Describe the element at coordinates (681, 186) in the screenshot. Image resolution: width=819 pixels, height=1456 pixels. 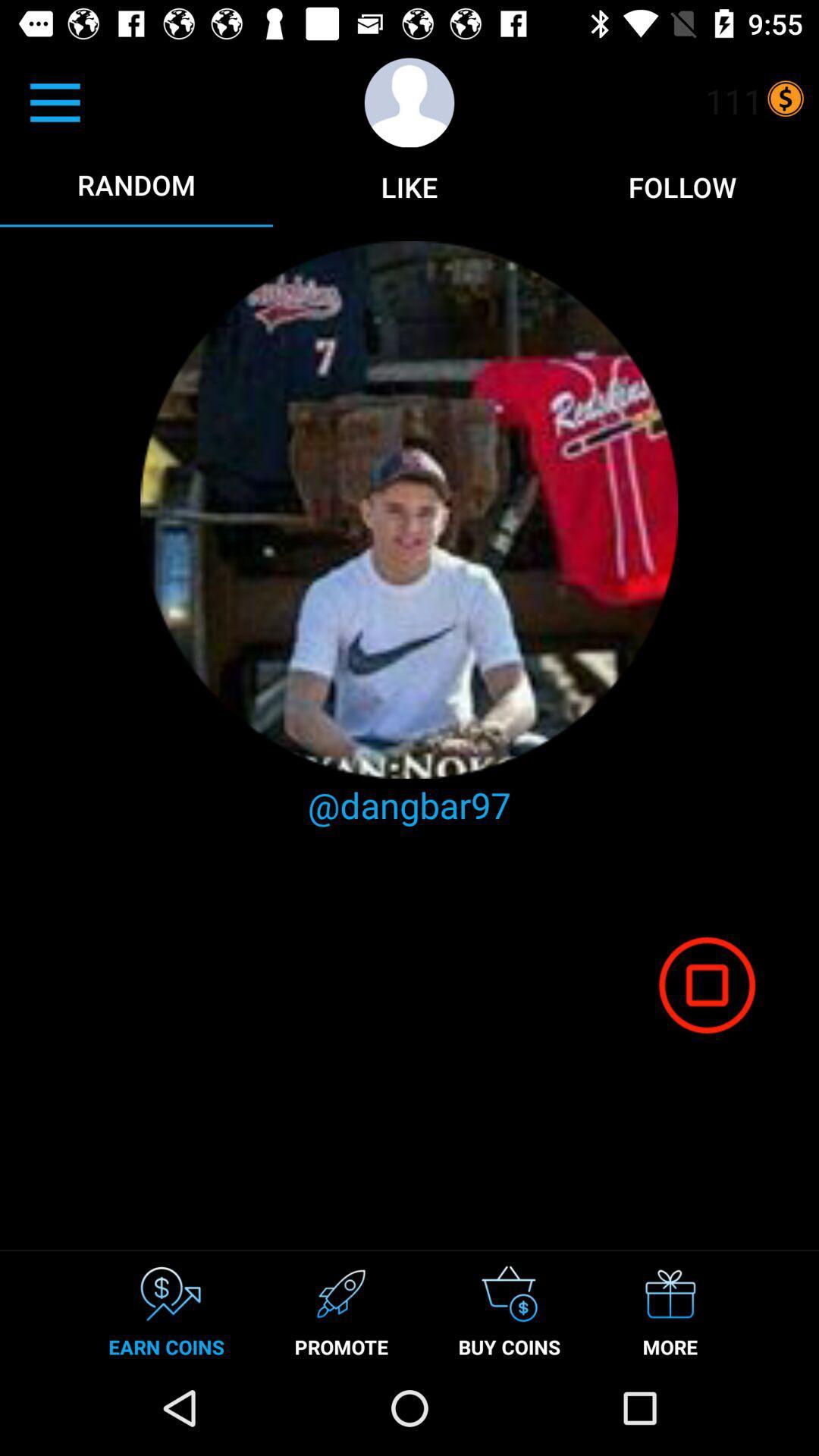
I see `the option that is to the right of  like` at that location.